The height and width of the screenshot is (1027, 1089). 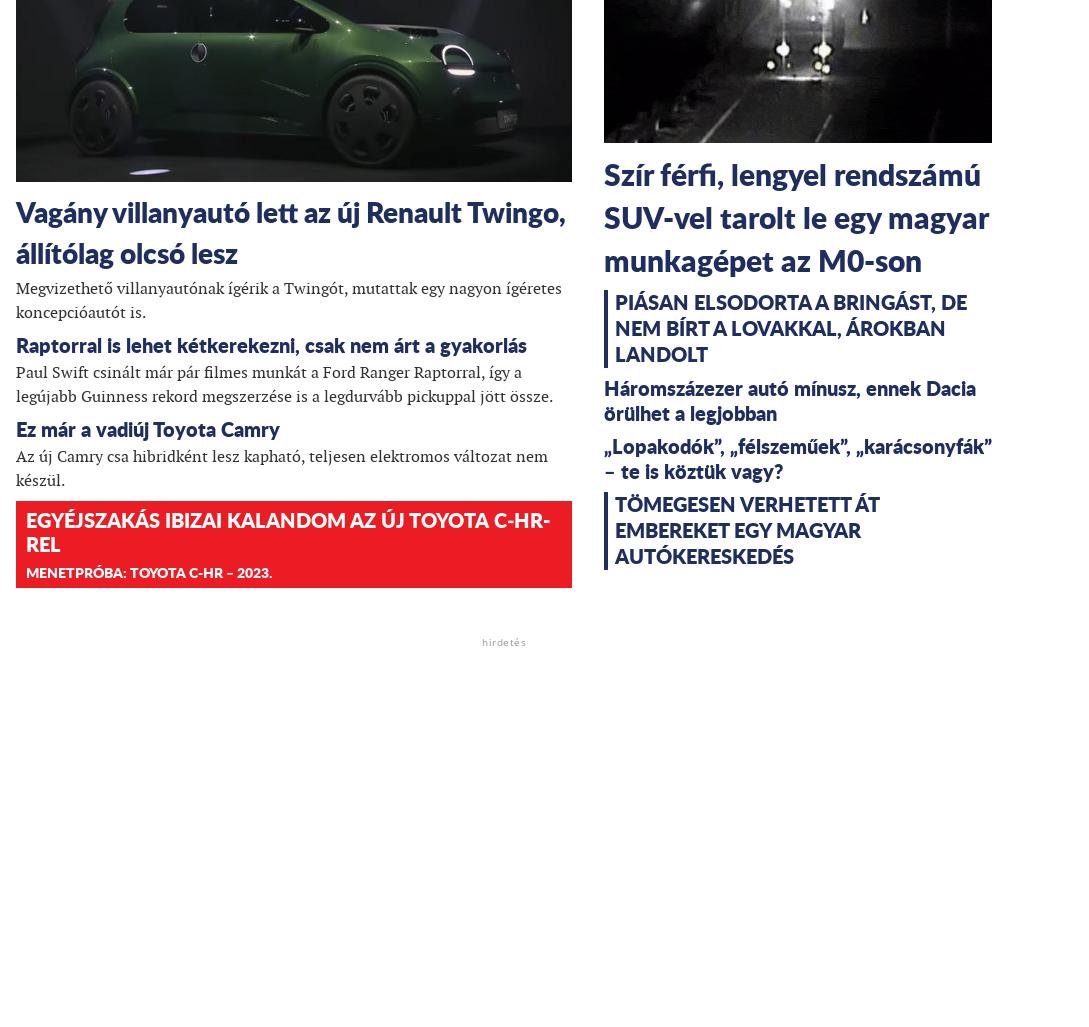 I want to click on '„Lopakodók”, „félszeműek”, „karácsonyfák” – te is köztük vagy?', so click(x=798, y=458).